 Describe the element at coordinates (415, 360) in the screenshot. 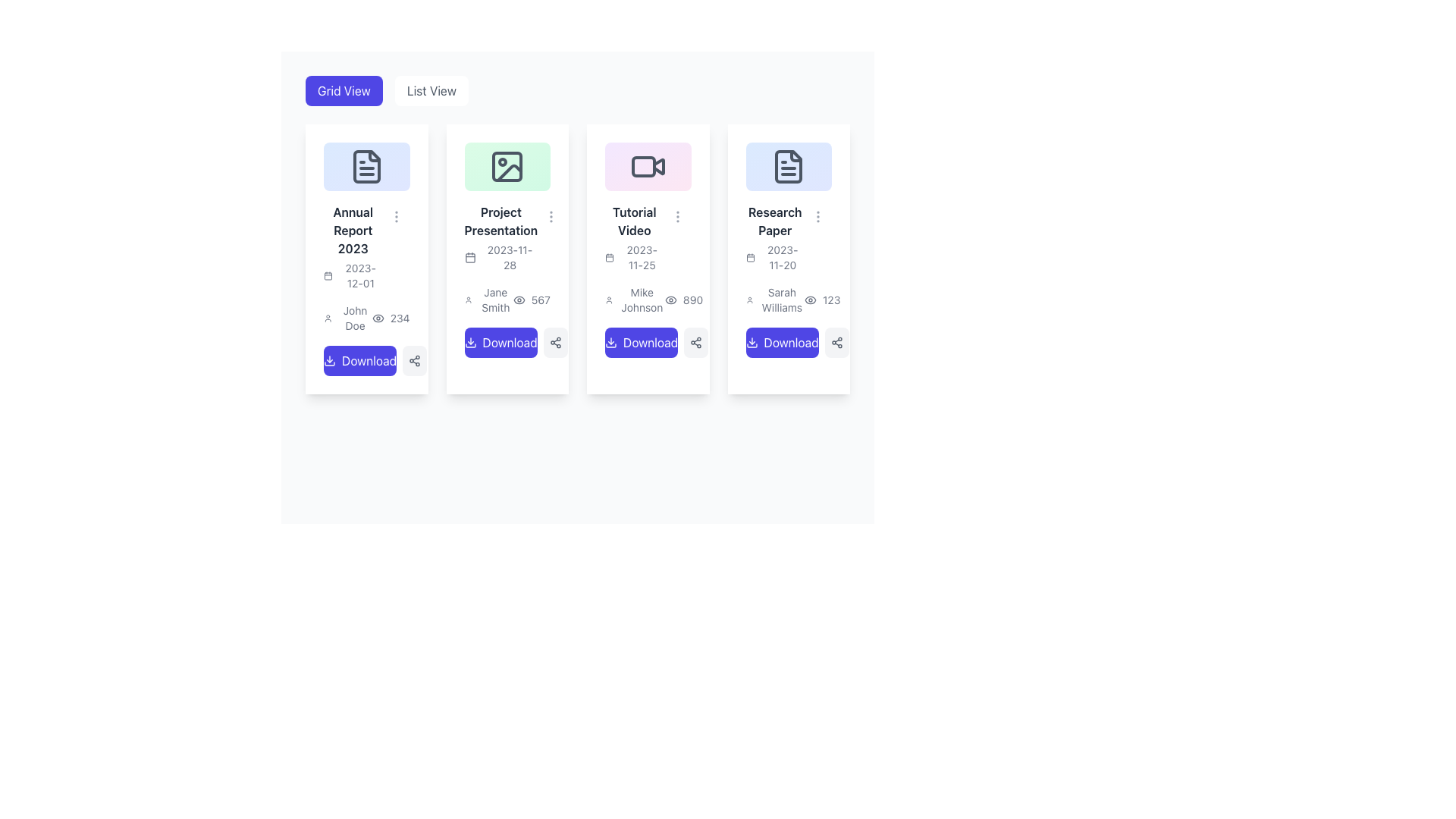

I see `the three-dot node diagram icon located at the bottom-right corner of the 'Annual Report 2023' card` at that location.